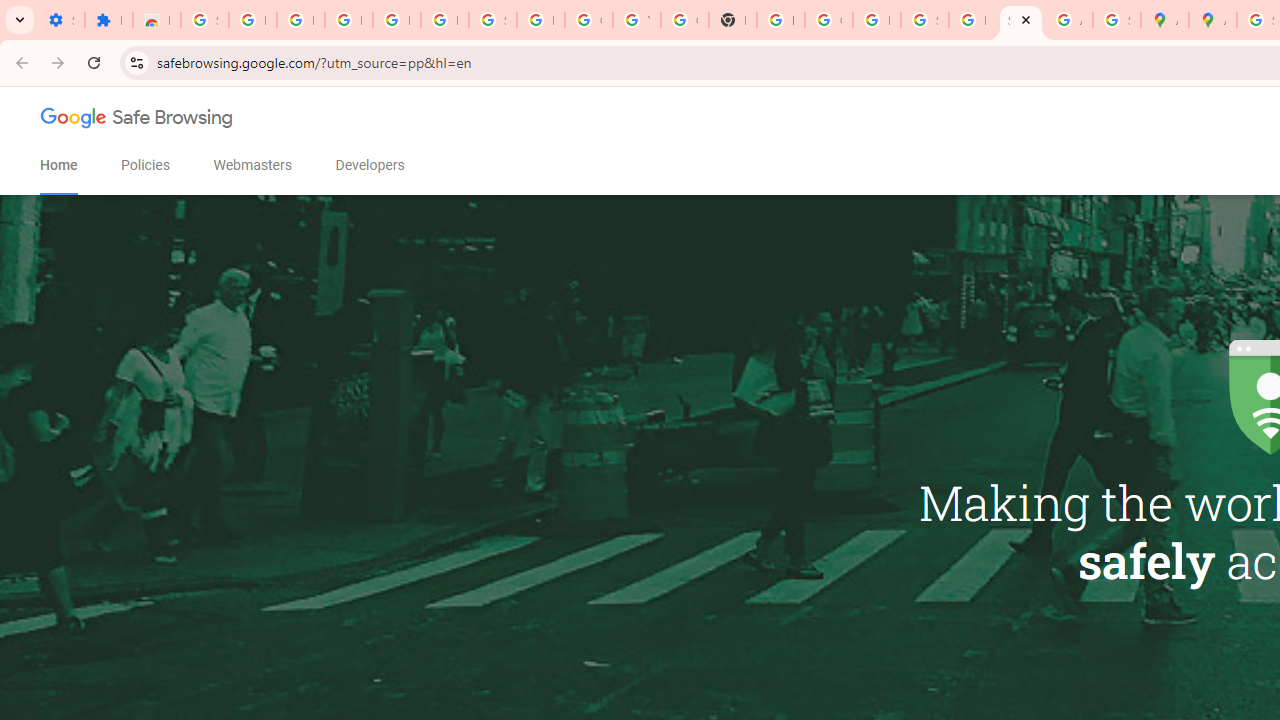  What do you see at coordinates (204, 20) in the screenshot?
I see `'Sign in - Google Accounts'` at bounding box center [204, 20].